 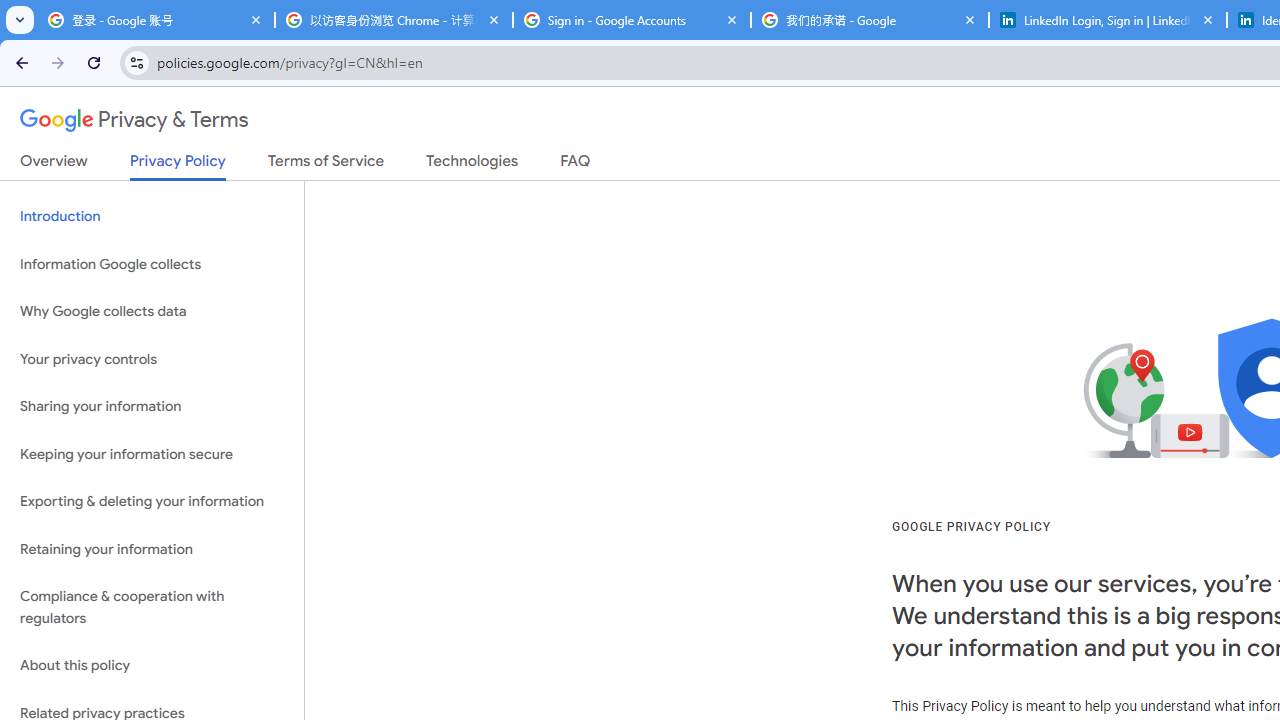 I want to click on 'Retaining your information', so click(x=151, y=549).